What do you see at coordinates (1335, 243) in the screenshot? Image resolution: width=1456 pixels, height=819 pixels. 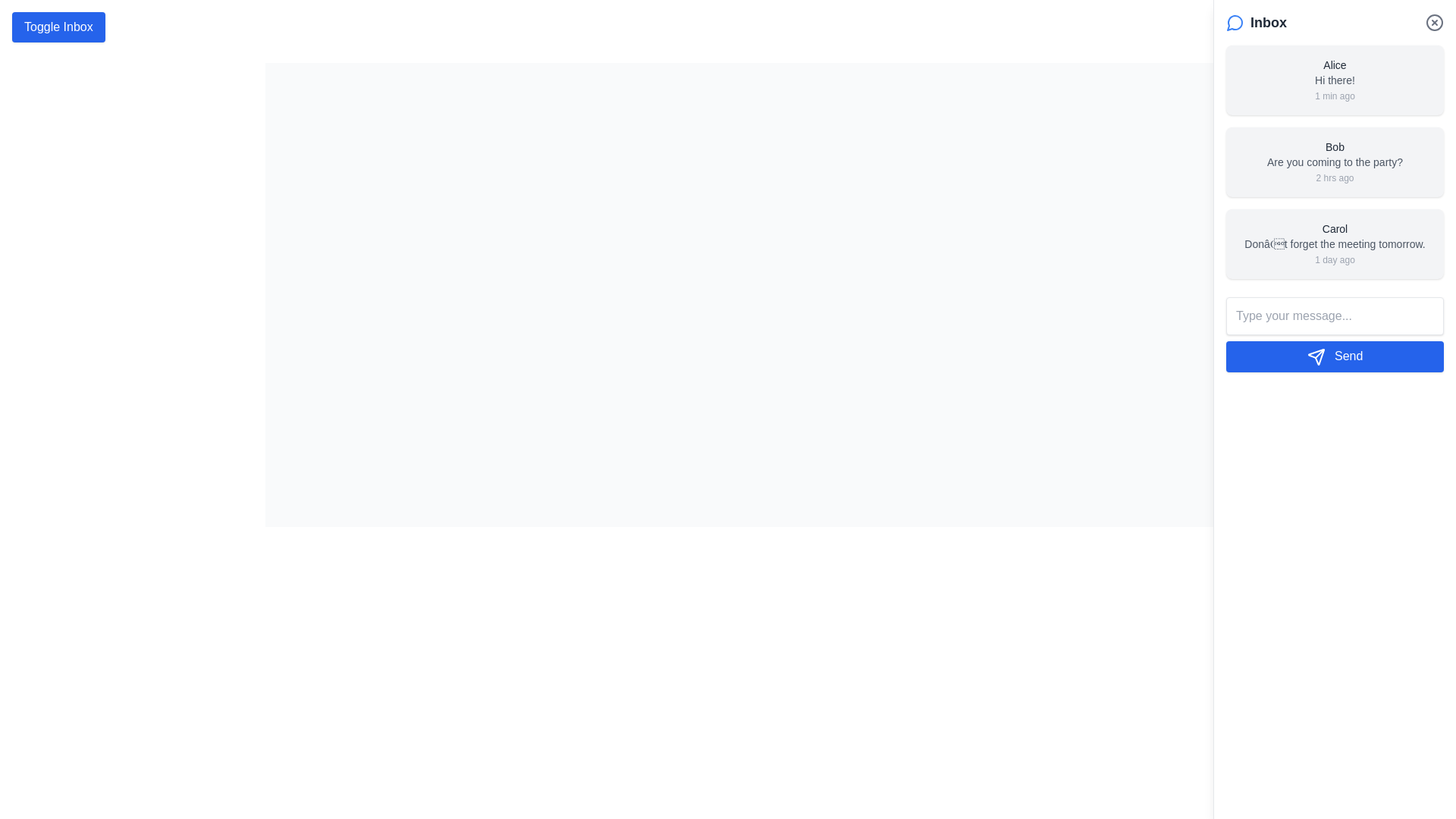 I see `the text label displaying the message content from 'Carol' in the chat conversation, located below the sender's name and above the timestamp` at bounding box center [1335, 243].